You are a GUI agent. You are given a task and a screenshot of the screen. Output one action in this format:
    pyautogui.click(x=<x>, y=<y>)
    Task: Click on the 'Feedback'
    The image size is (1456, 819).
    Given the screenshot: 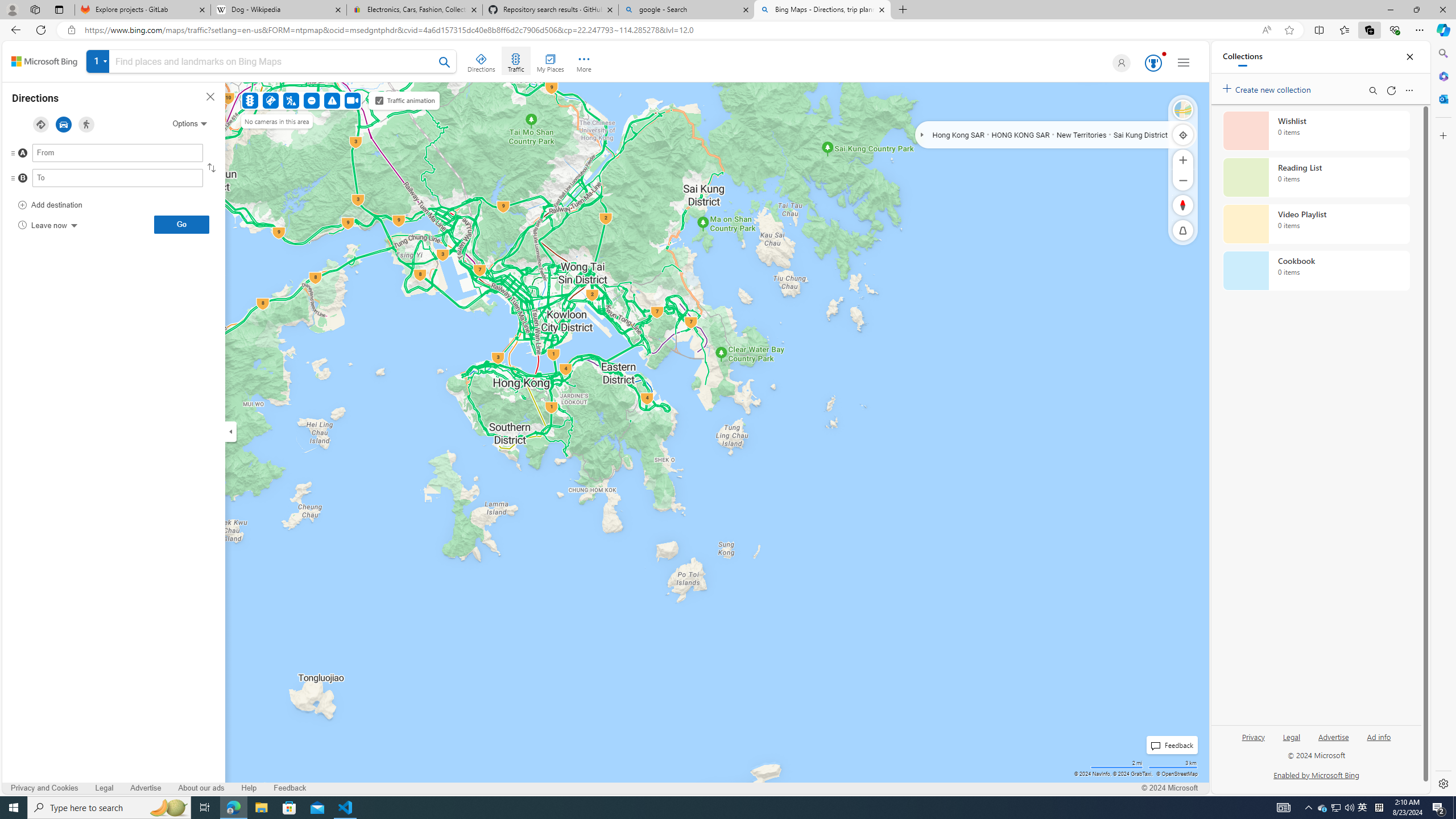 What is the action you would take?
    pyautogui.click(x=289, y=788)
    